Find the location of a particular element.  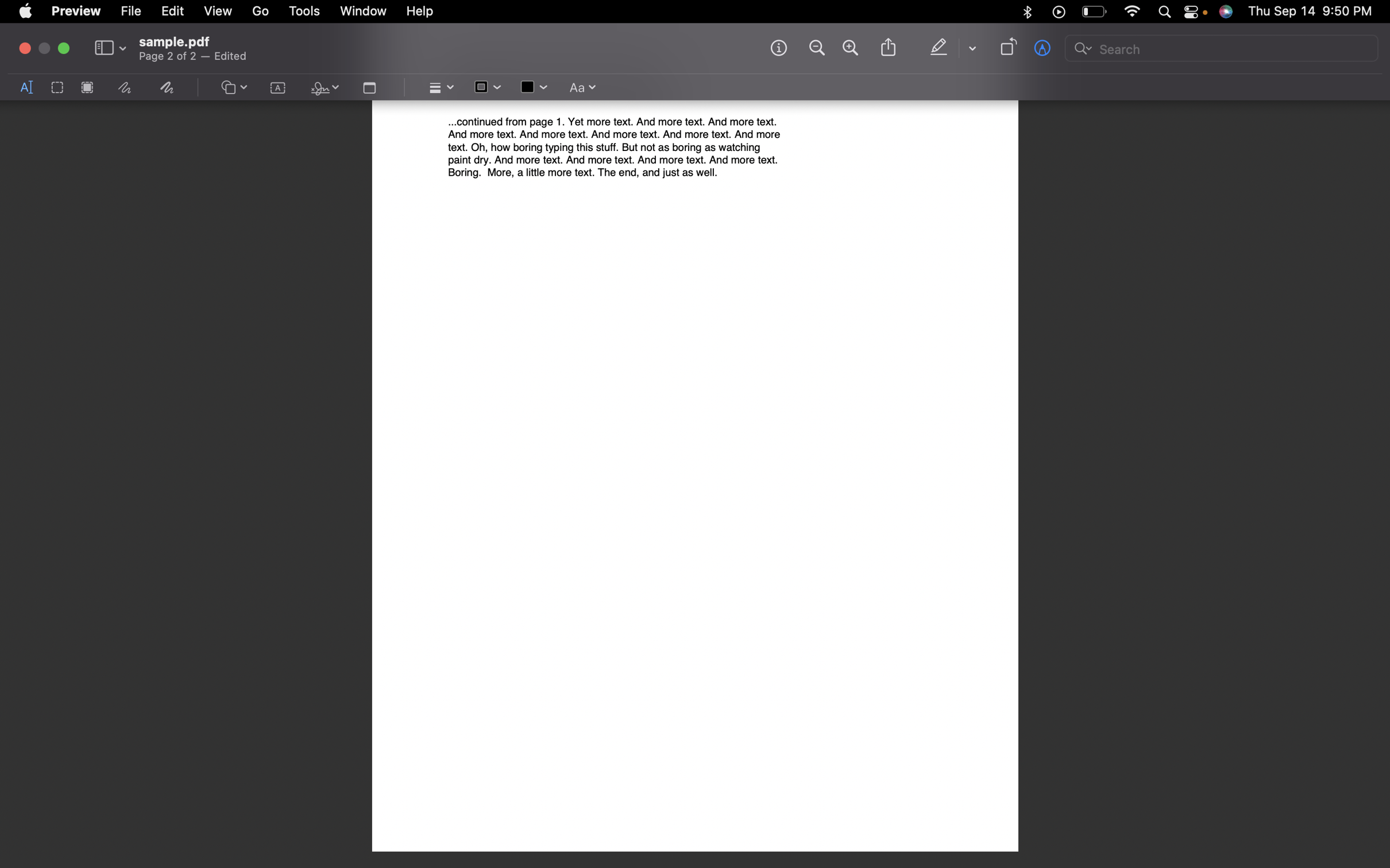

the signature pannel is located at coordinates (322, 88).